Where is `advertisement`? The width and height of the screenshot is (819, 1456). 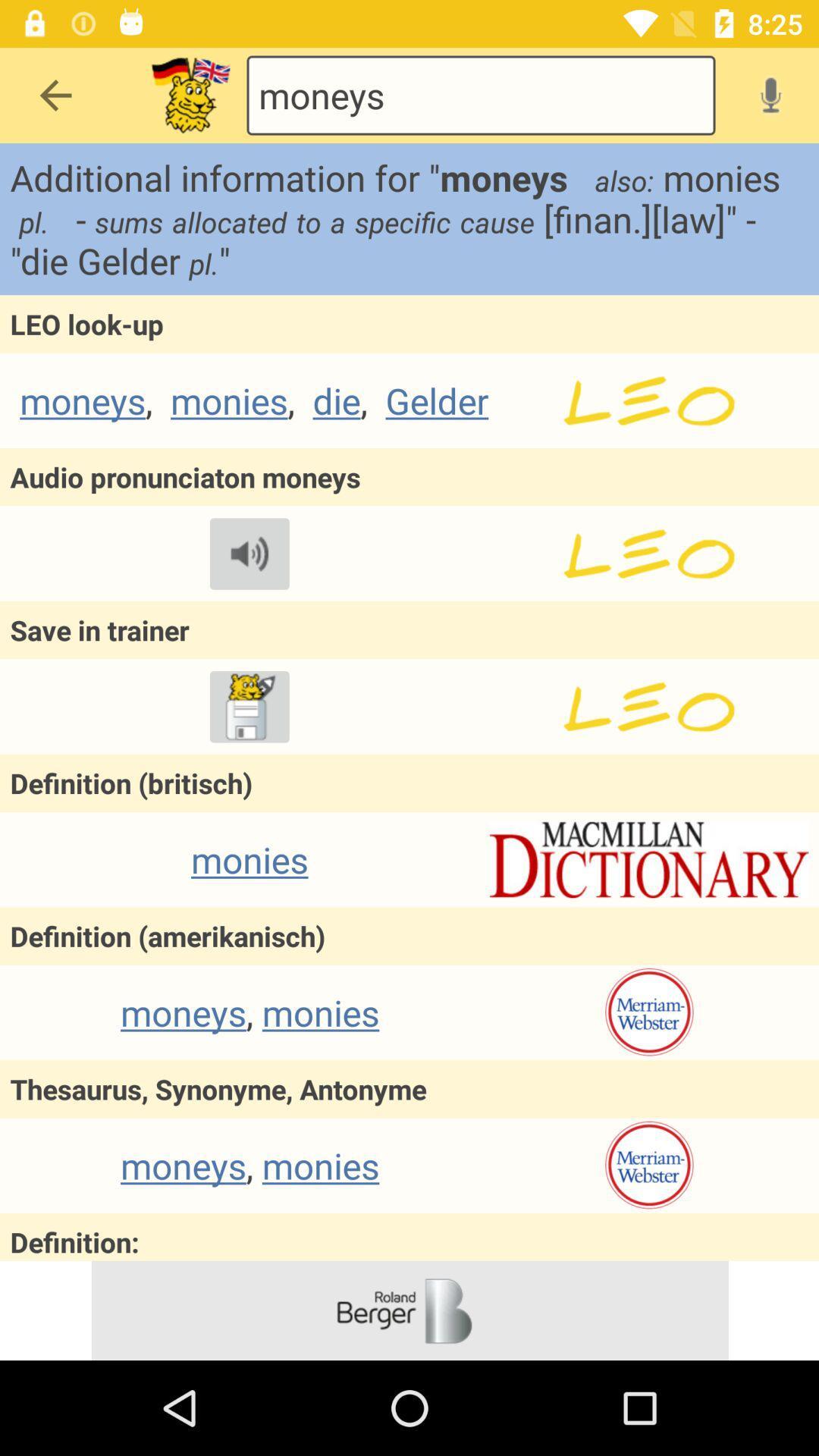 advertisement is located at coordinates (409, 1310).